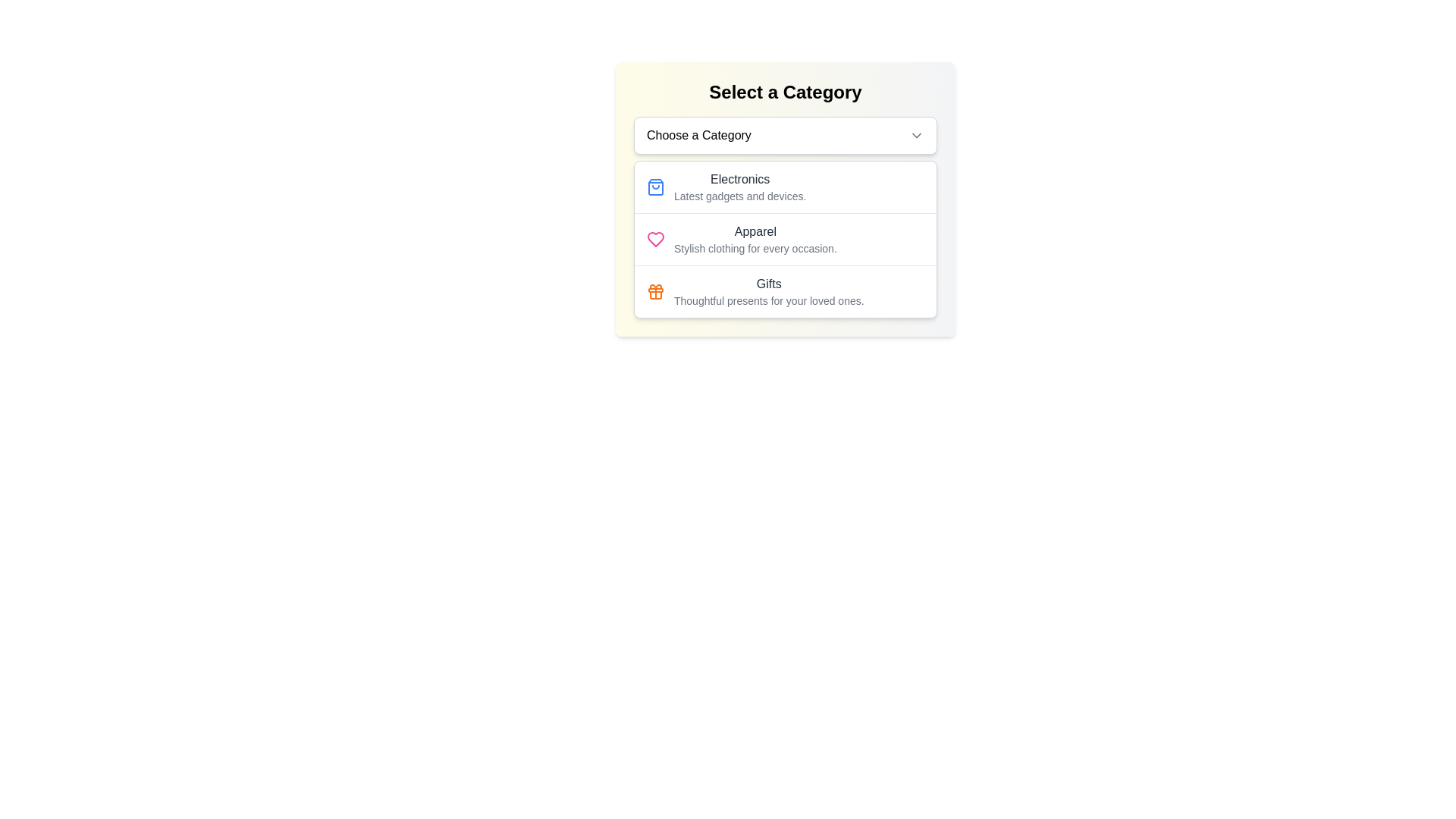  Describe the element at coordinates (769, 292) in the screenshot. I see `the text block labeled 'Gifts' which is the third item in the vertical list under 'Select a Category', styled with a bold font and accompanied by a gift icon` at that location.